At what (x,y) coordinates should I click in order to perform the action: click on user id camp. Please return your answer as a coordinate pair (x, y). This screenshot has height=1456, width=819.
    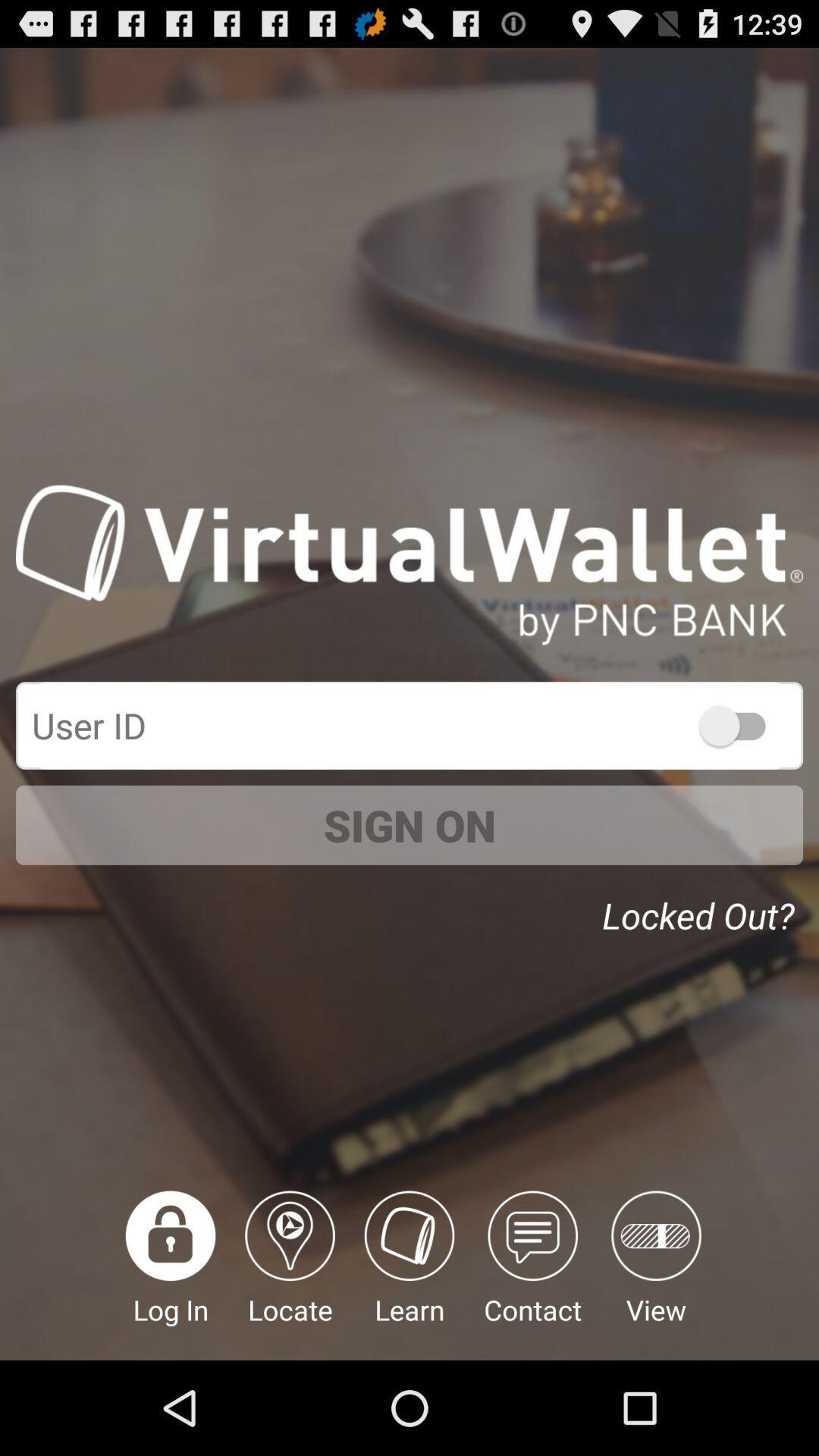
    Looking at the image, I should click on (409, 724).